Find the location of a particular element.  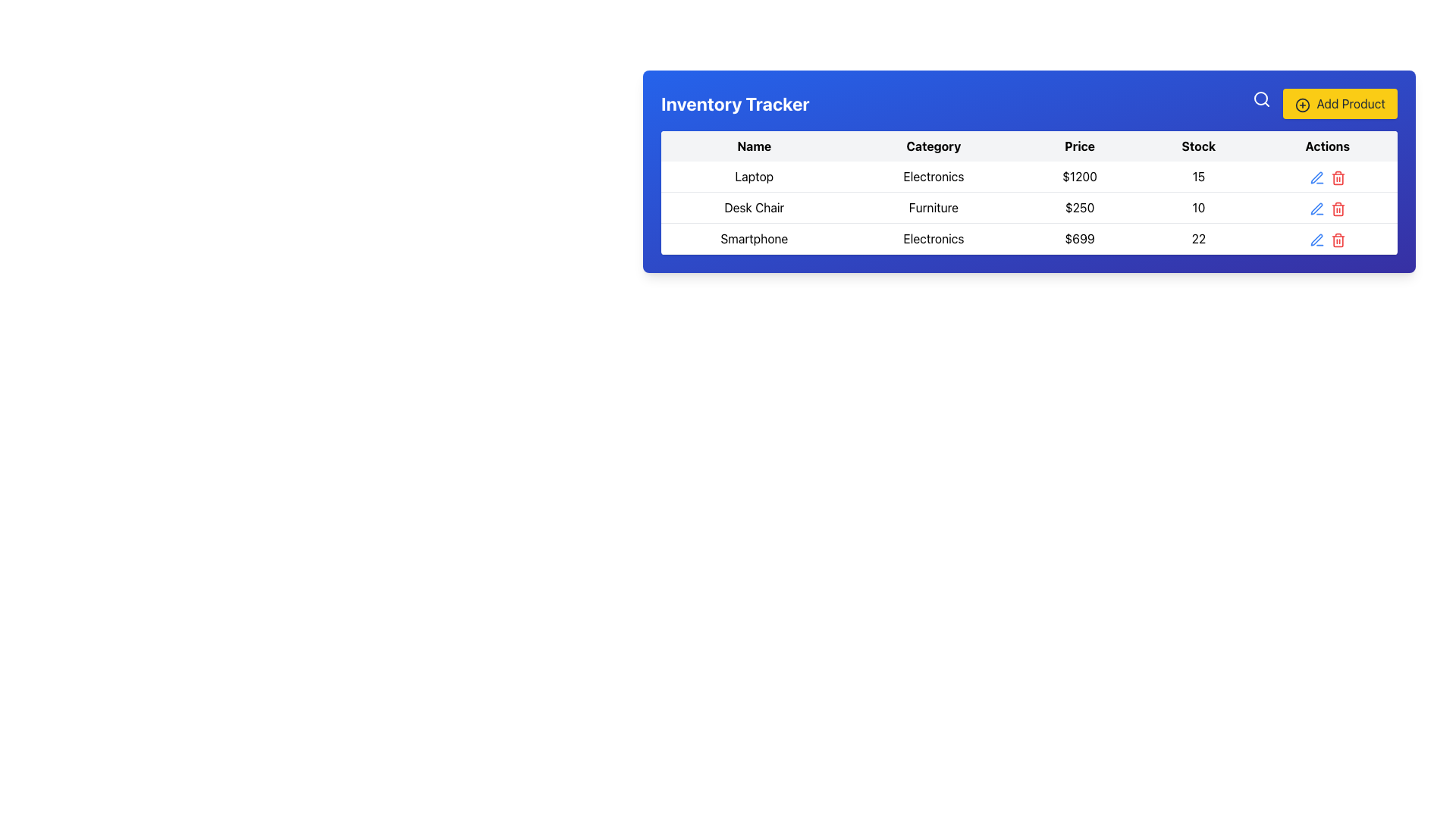

the 'Furniture' Text Cell located in the 'Category' column of the table is located at coordinates (933, 207).